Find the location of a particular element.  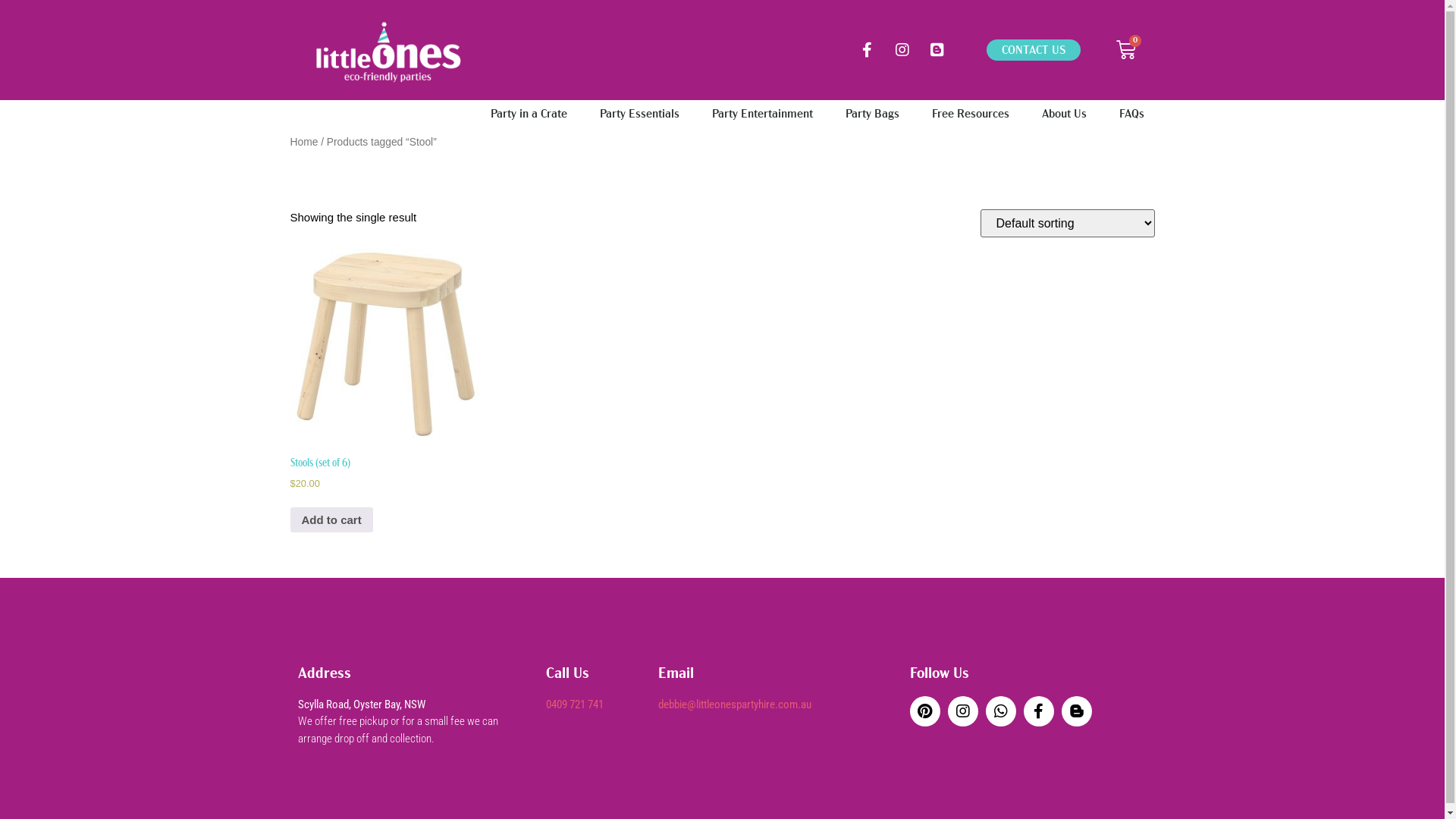

'CONTACT US' is located at coordinates (1033, 49).